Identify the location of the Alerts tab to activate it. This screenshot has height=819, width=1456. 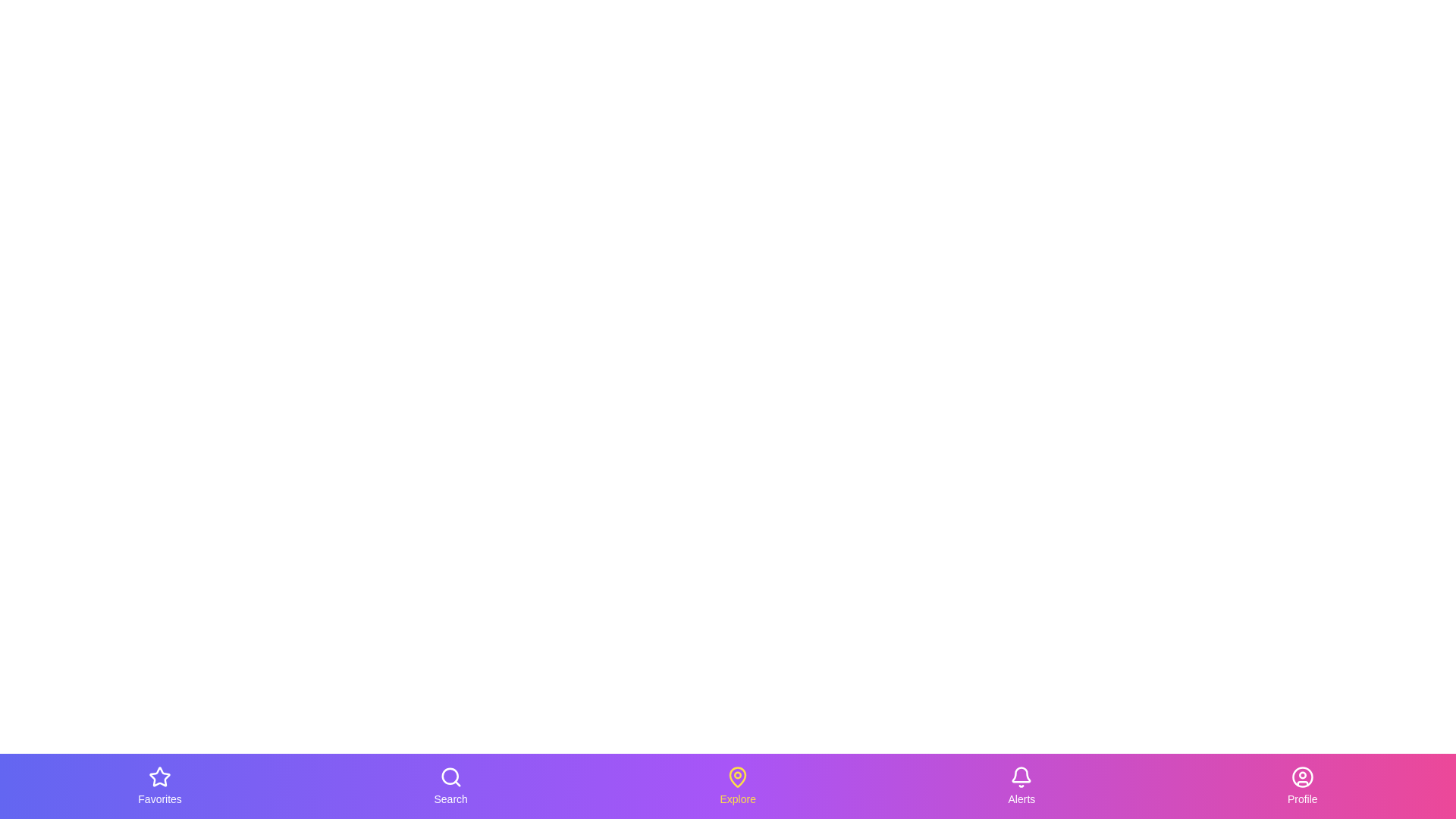
(1021, 786).